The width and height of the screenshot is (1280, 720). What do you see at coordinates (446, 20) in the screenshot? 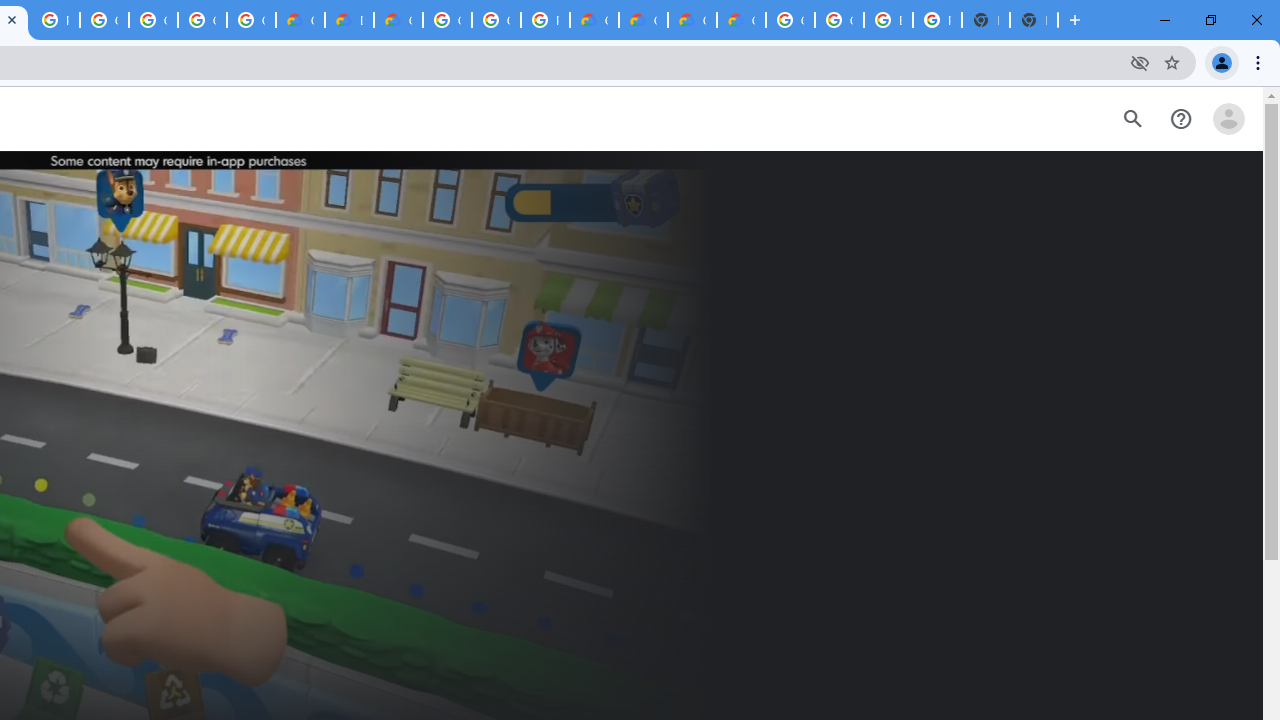
I see `'Google Cloud Platform'` at bounding box center [446, 20].